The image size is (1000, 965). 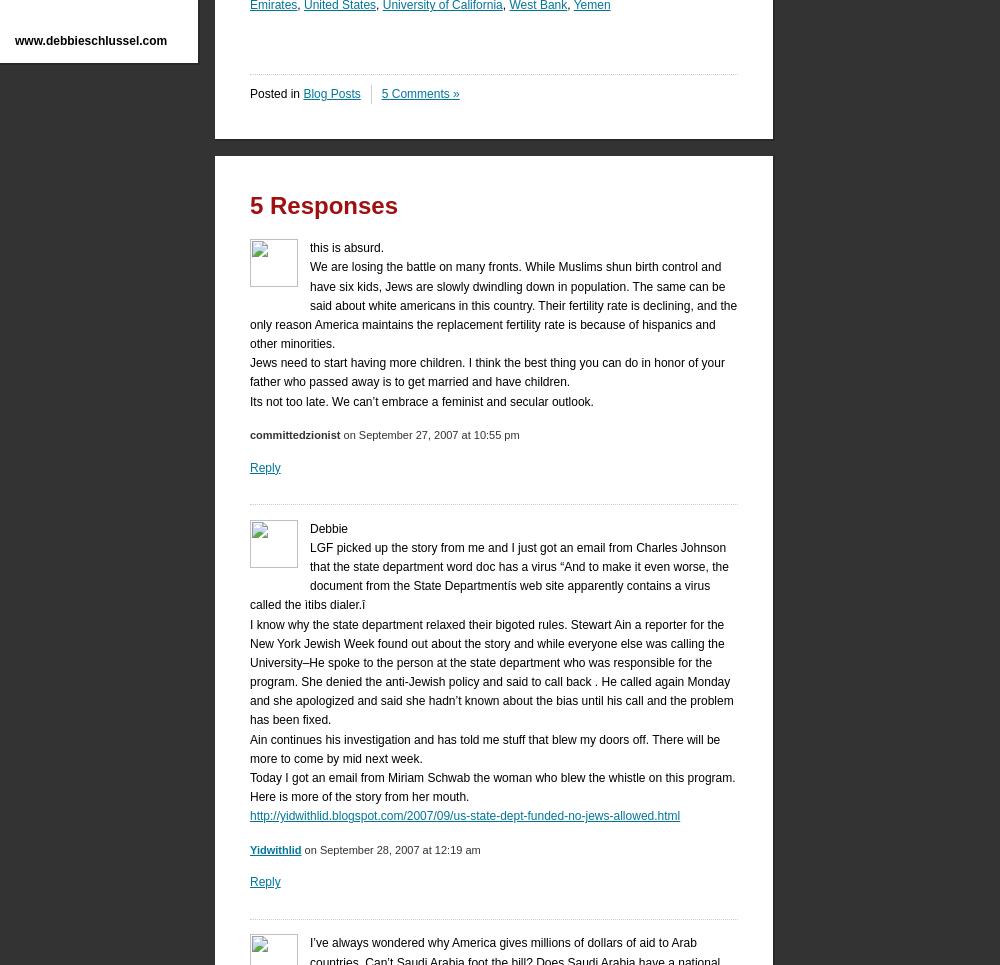 What do you see at coordinates (490, 671) in the screenshot?
I see `'I know why the state department relaxed their bigoted rules. Stewart Ain a reporter for the New York Jewish Week found out about the story and while everyone else was calling the University–He spoke to the person at the state department who was responsible for the program. She denied the anti-Jewish policy and said to call back . He called again Monday and she apologized and said she hadn’t known about the bias until his call and the problem has been fixed.'` at bounding box center [490, 671].